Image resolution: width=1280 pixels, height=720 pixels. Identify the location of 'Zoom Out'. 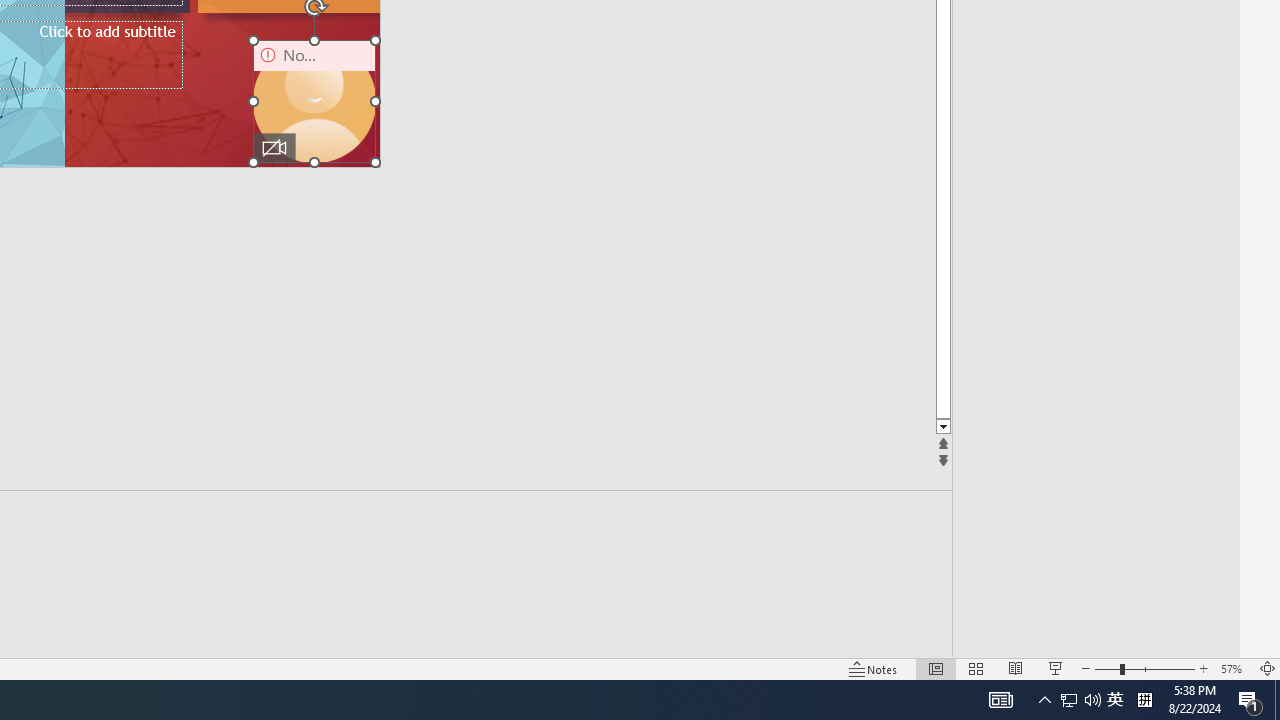
(1106, 669).